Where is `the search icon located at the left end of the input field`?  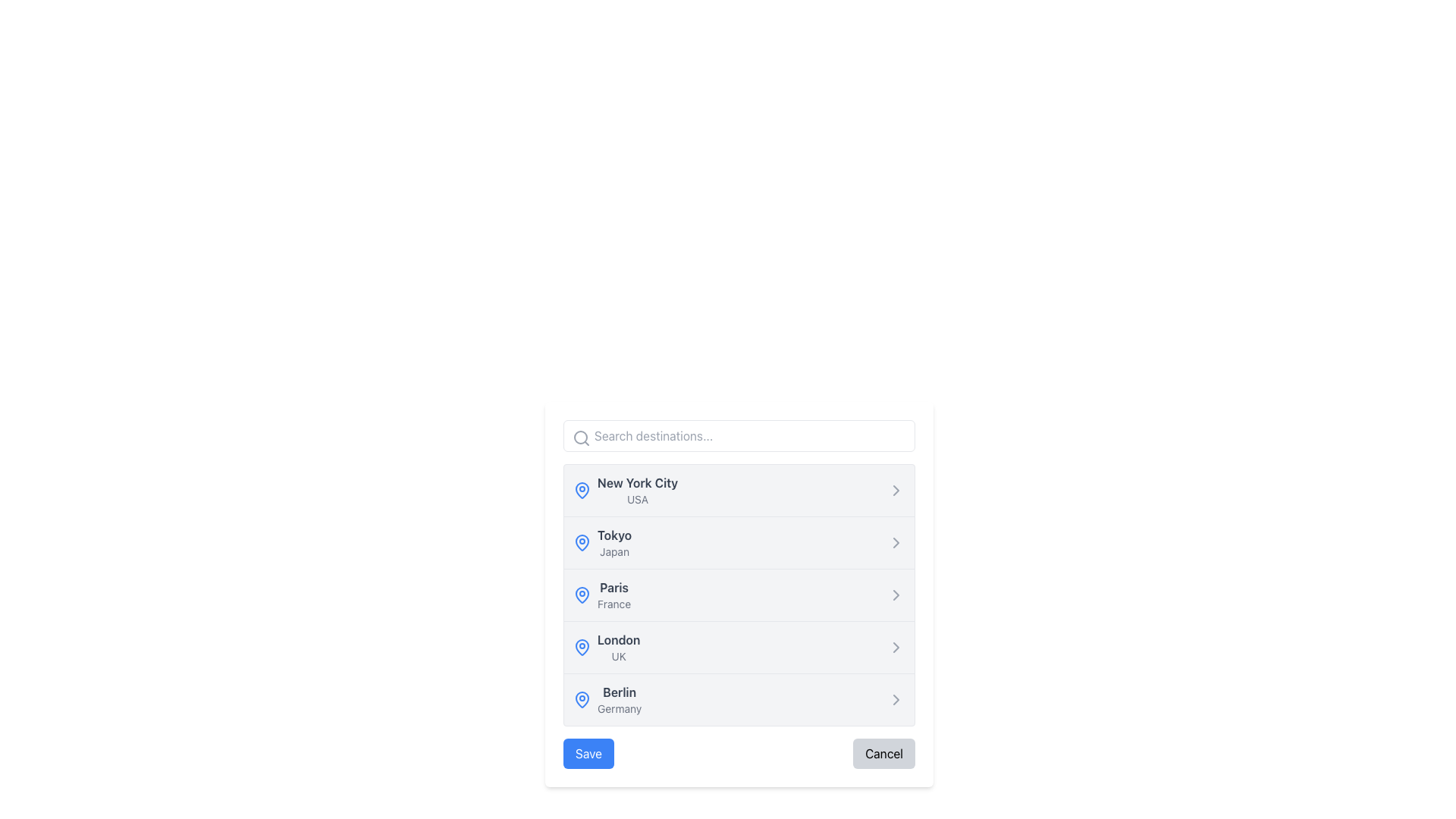
the search icon located at the left end of the input field is located at coordinates (581, 438).